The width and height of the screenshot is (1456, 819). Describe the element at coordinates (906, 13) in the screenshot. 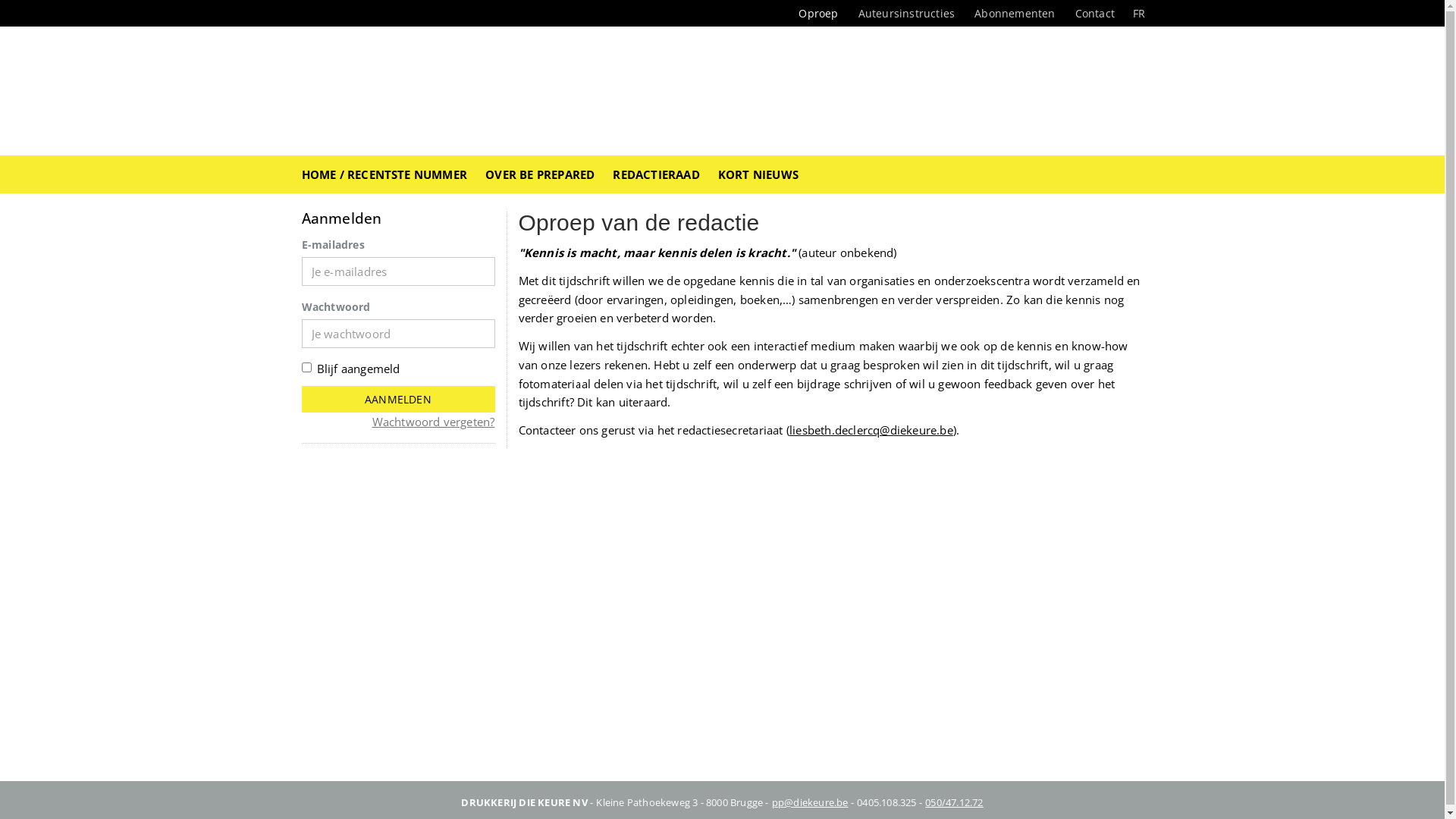

I see `'Auteursinstructies'` at that location.